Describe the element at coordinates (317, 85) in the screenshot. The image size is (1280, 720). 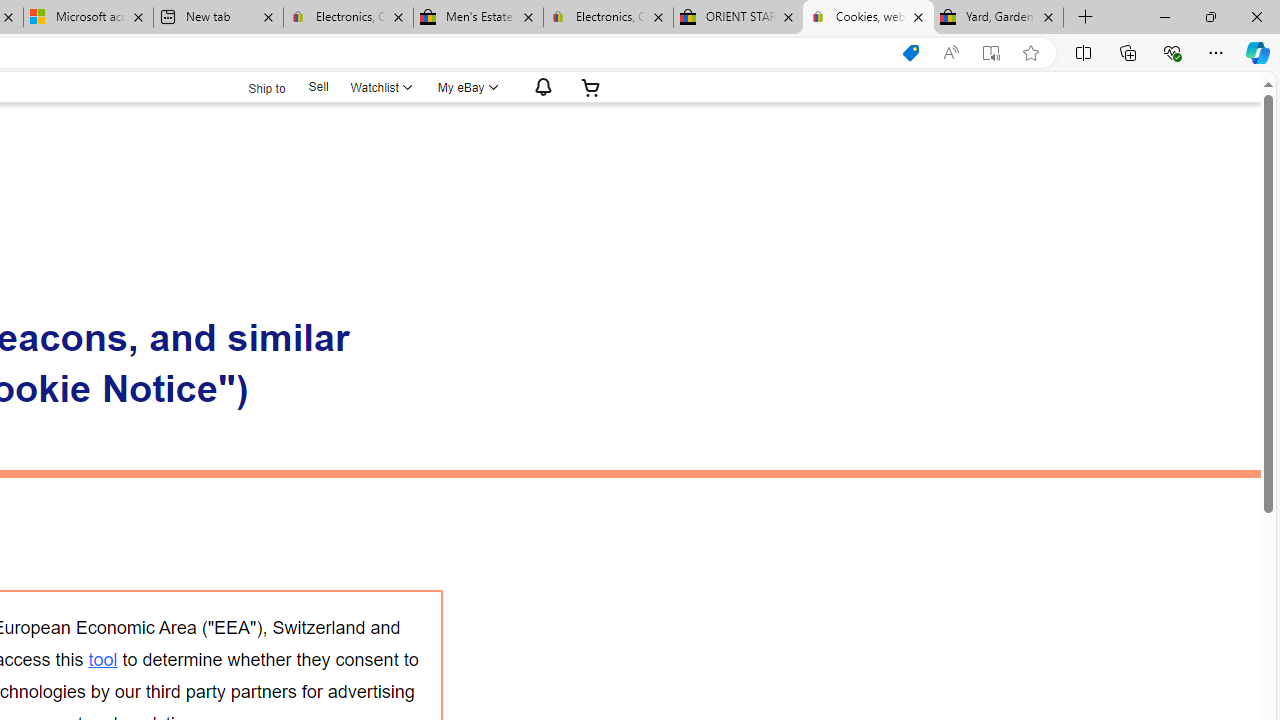
I see `'Sell'` at that location.